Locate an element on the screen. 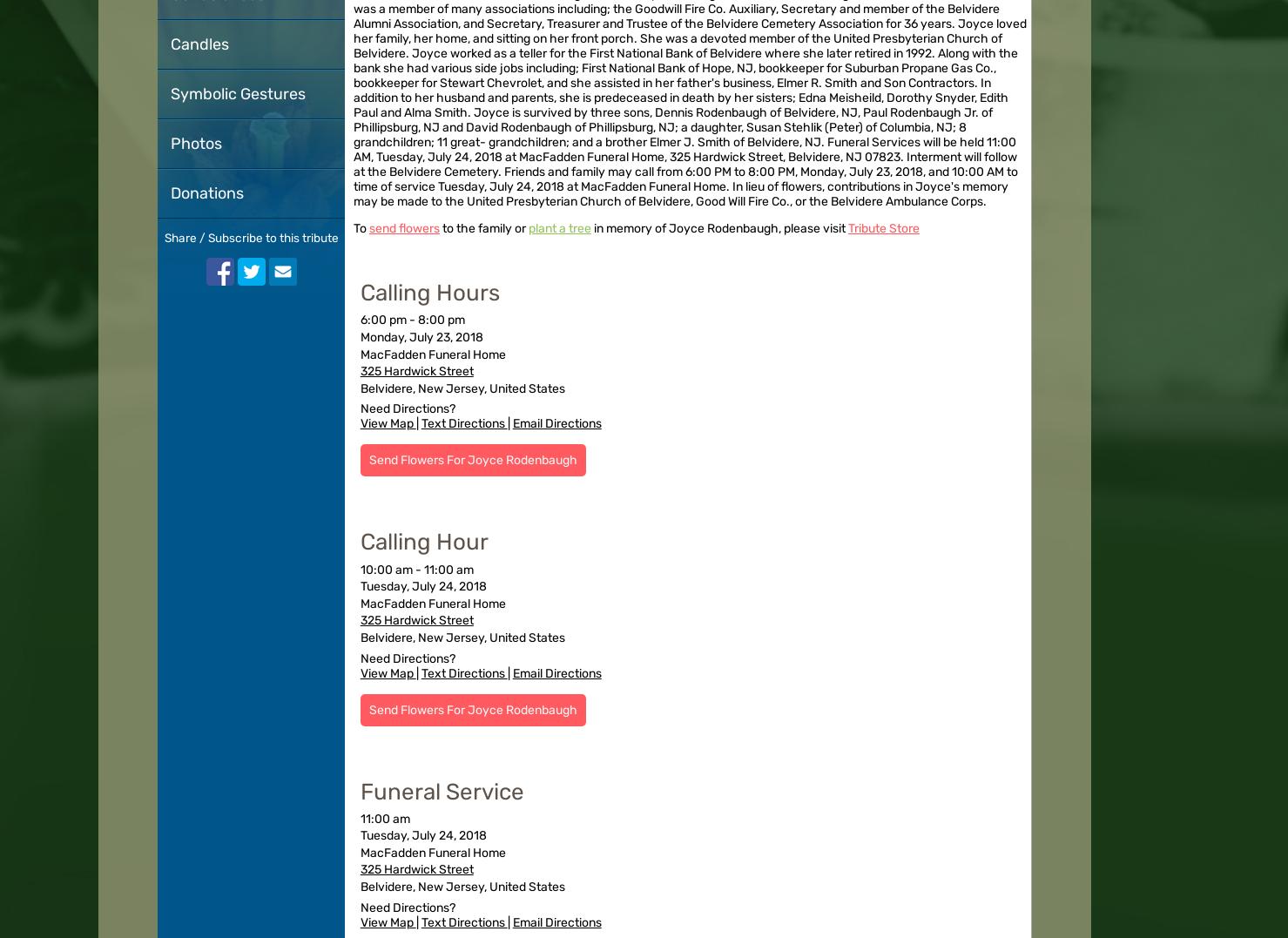 Image resolution: width=1288 pixels, height=938 pixels. 'Candles' is located at coordinates (169, 44).